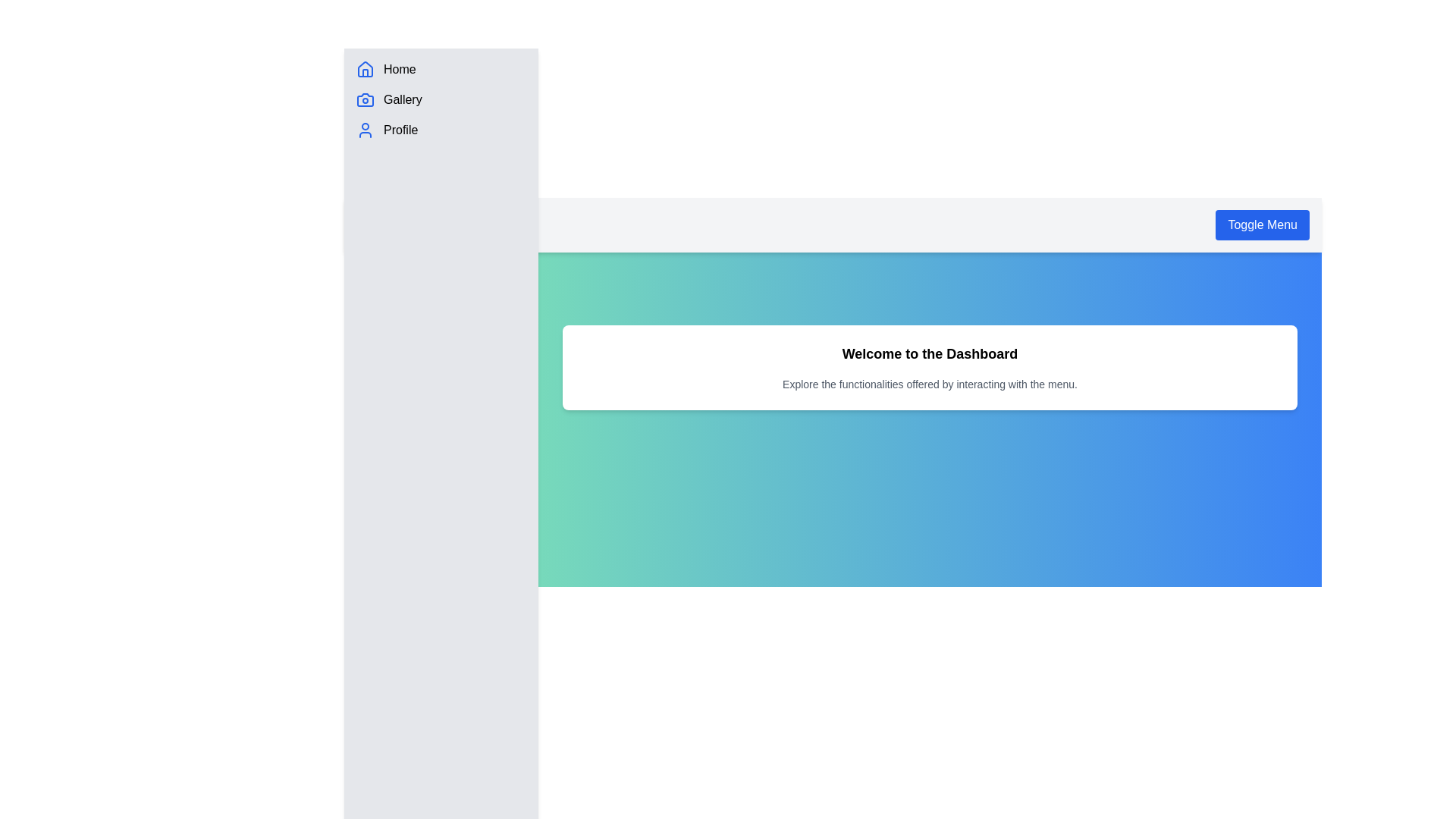 The width and height of the screenshot is (1456, 819). I want to click on the 'Gallery' text label located in the vertical navigation pane, which is positioned below the 'Home' menu item and above the 'Profile' menu item, so click(403, 99).